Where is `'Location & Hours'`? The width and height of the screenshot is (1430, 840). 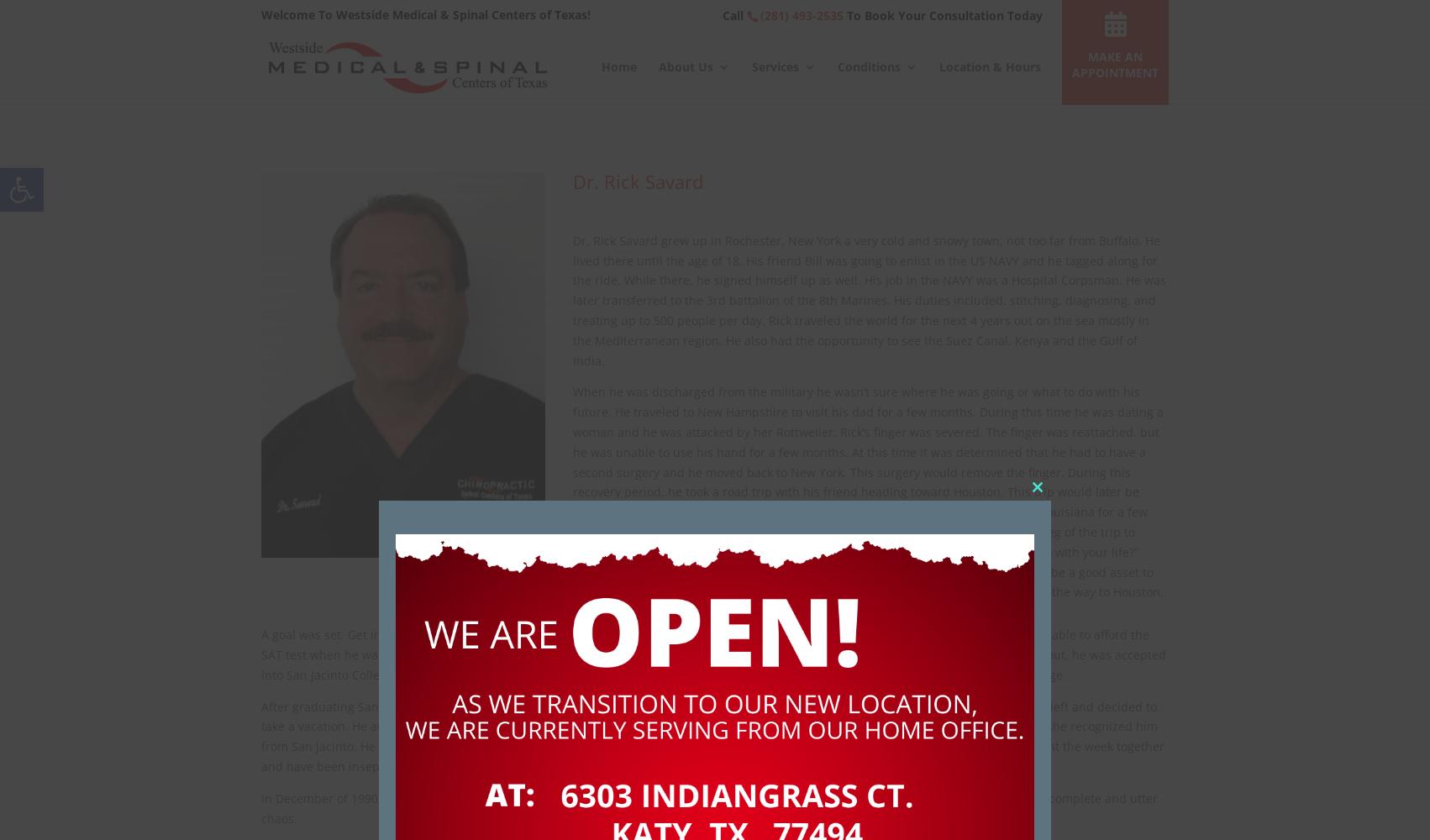
'Location & Hours' is located at coordinates (938, 66).